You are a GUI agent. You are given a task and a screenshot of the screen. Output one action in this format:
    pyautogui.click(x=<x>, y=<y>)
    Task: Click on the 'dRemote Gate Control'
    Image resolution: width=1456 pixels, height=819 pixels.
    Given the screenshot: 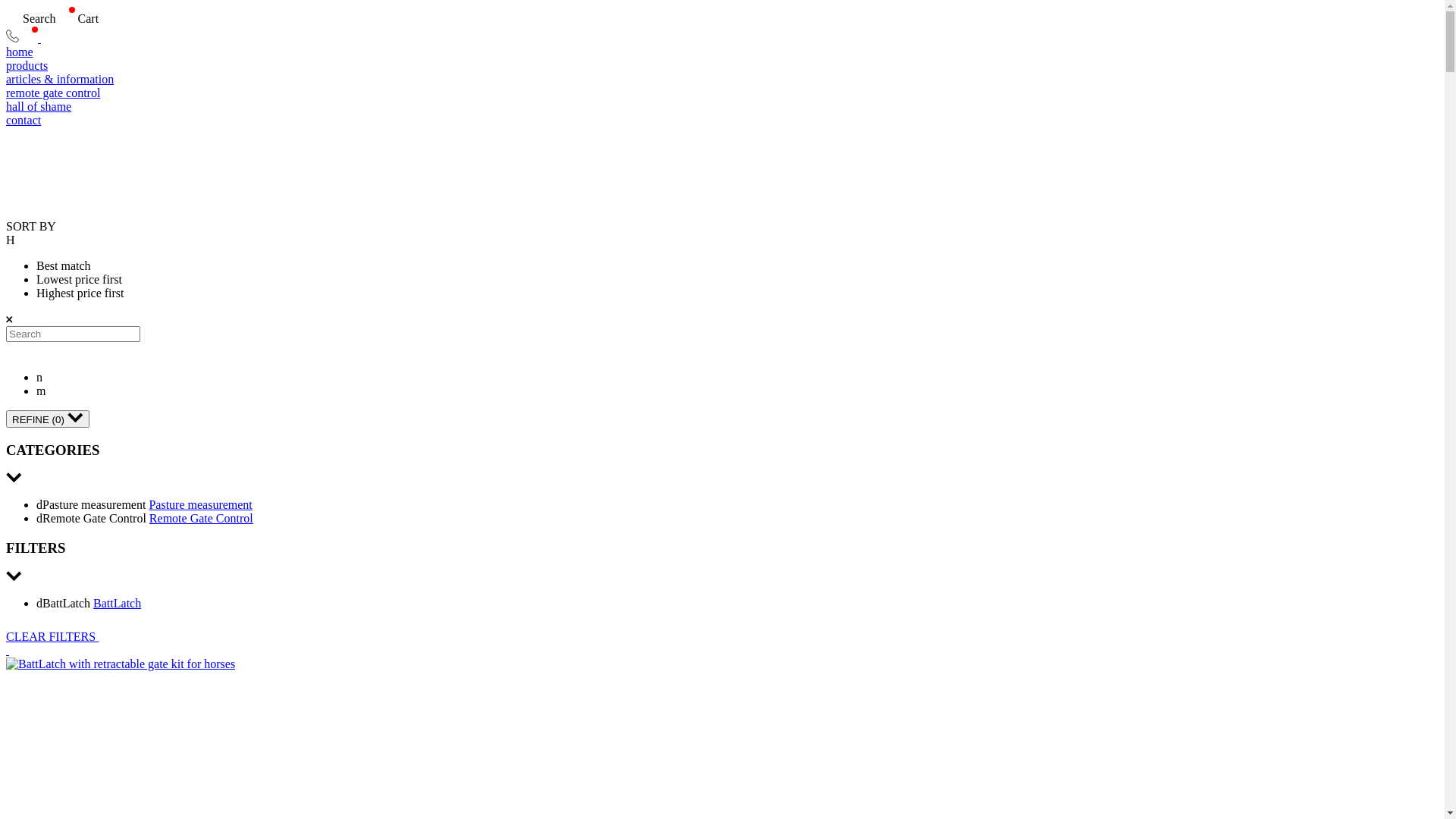 What is the action you would take?
    pyautogui.click(x=92, y=517)
    